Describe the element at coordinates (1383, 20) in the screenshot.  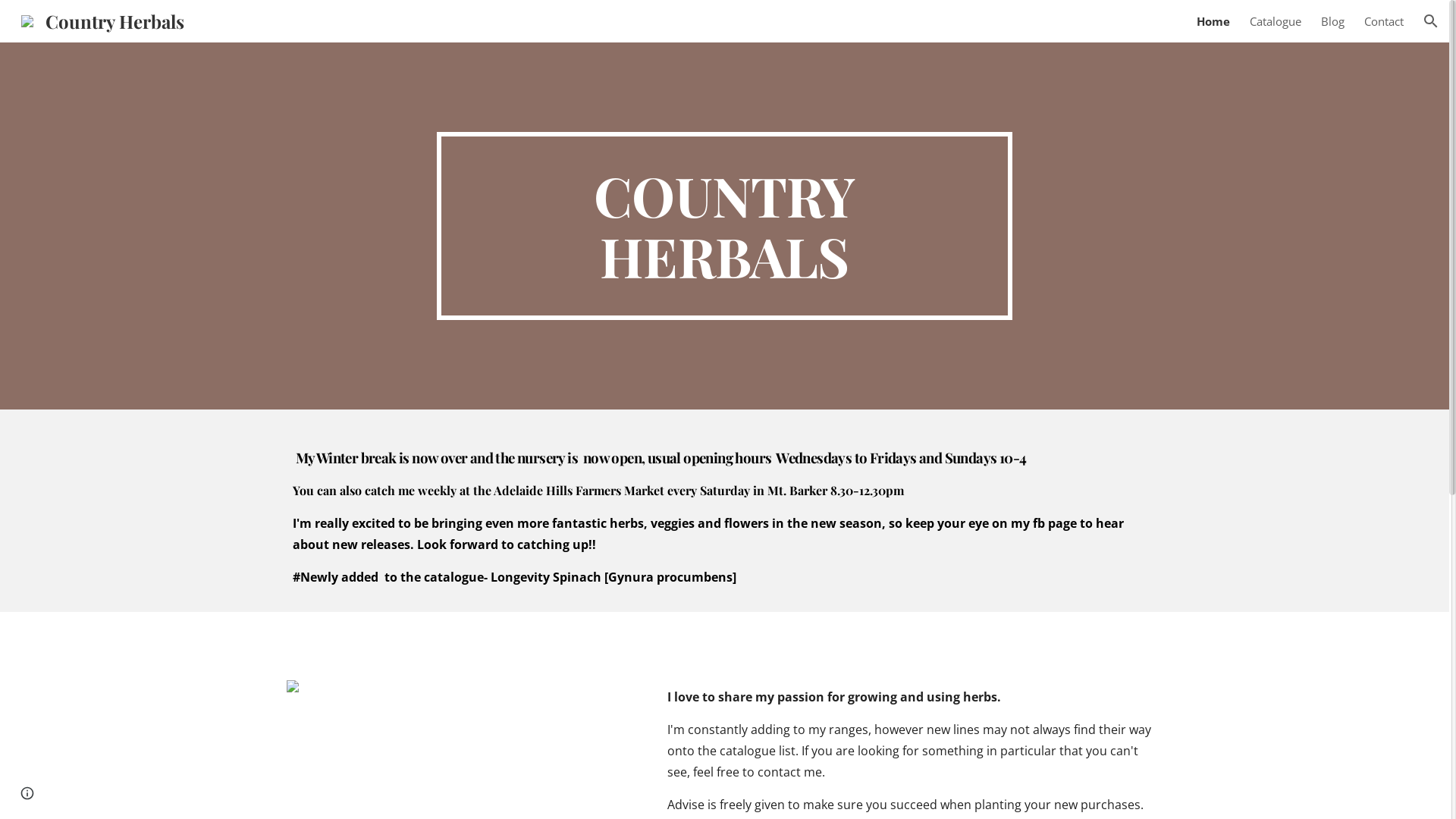
I see `'Contact'` at that location.